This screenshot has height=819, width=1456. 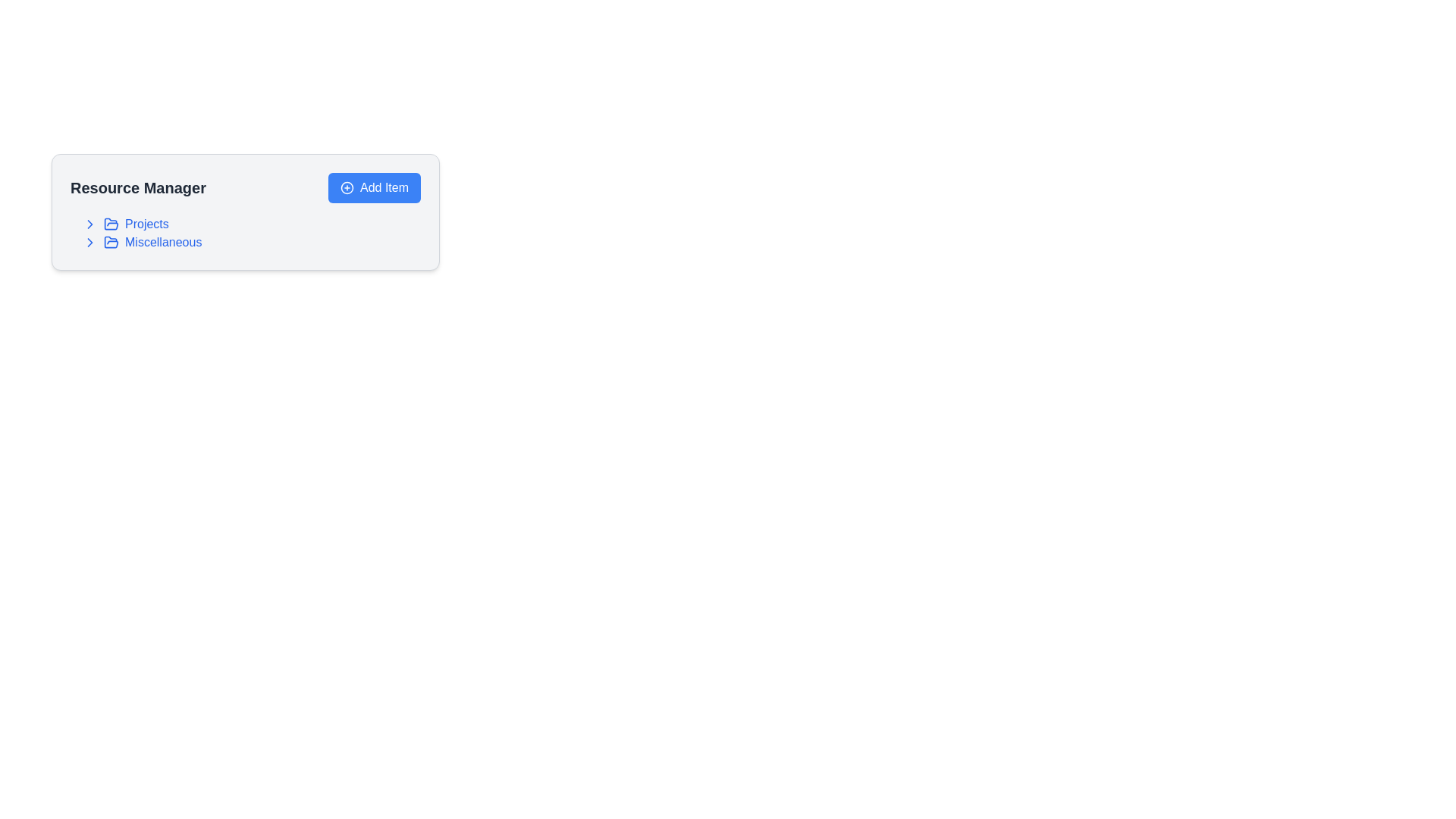 I want to click on the 'Projects' Navigation List Item, so click(x=251, y=224).